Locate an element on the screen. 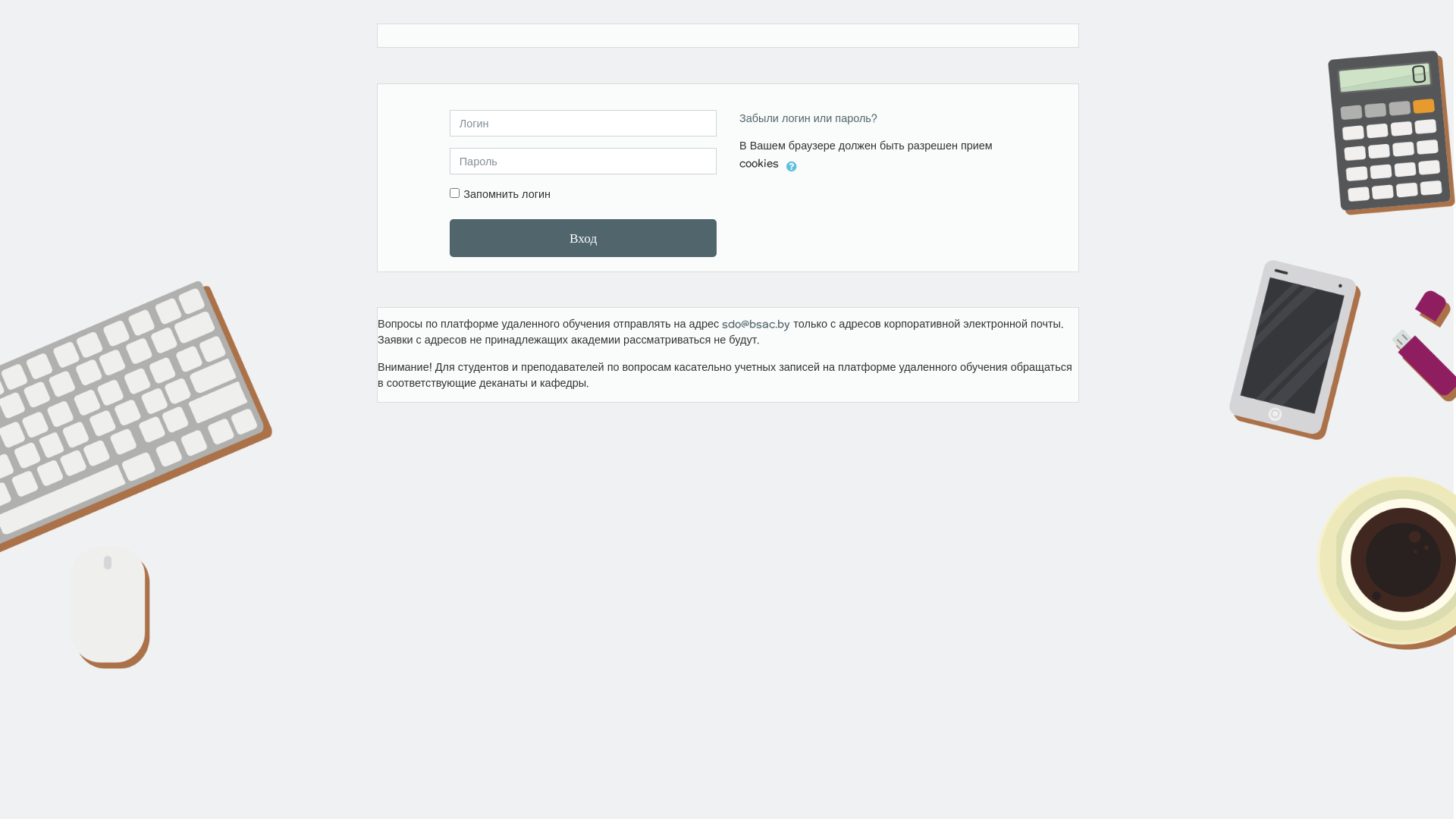  'sdo@bsac.by' is located at coordinates (756, 322).